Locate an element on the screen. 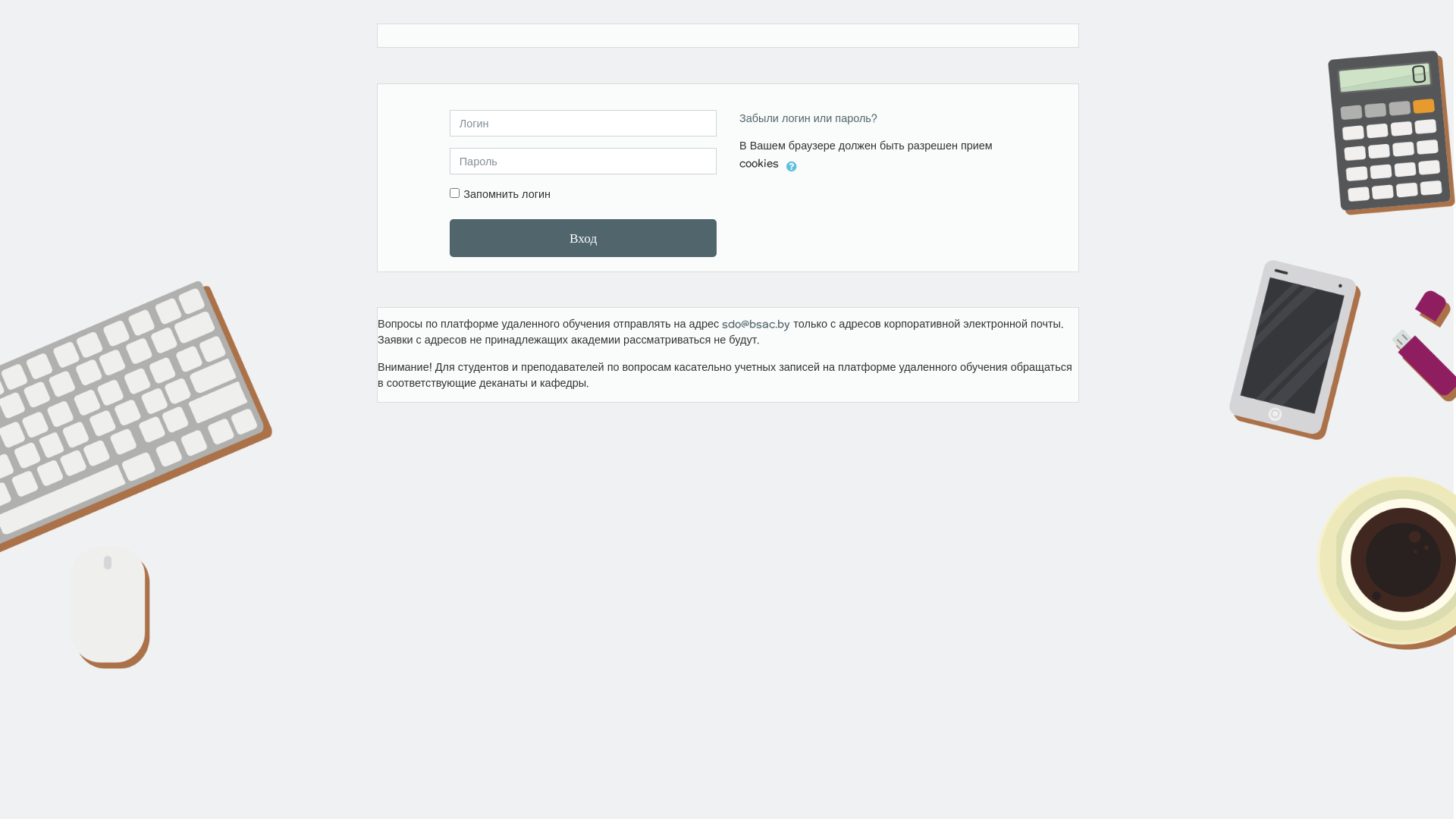  'sdo@bsac.by' is located at coordinates (756, 322).